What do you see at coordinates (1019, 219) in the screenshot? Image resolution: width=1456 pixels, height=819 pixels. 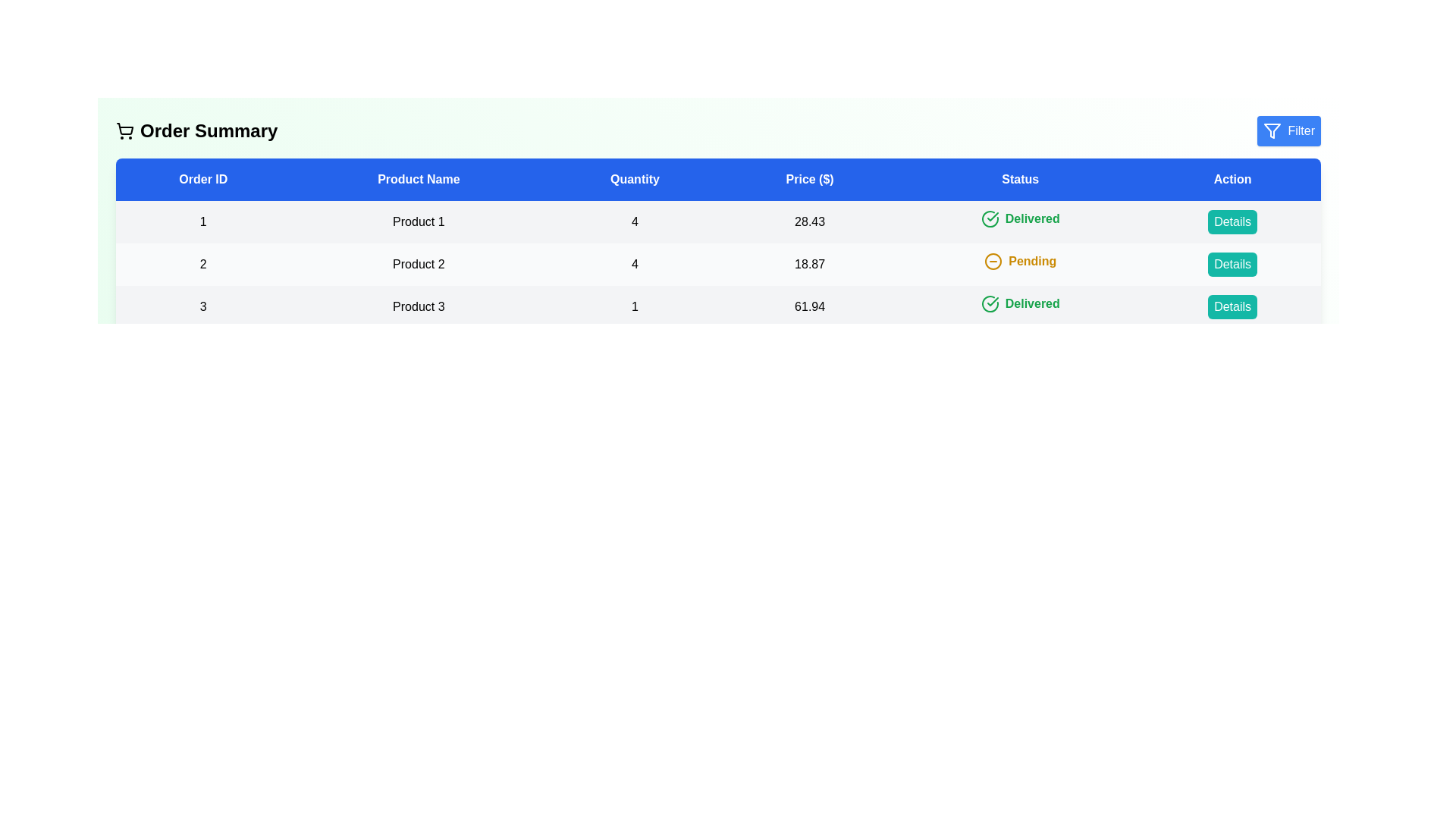 I see `the status of order with ID 1` at bounding box center [1019, 219].